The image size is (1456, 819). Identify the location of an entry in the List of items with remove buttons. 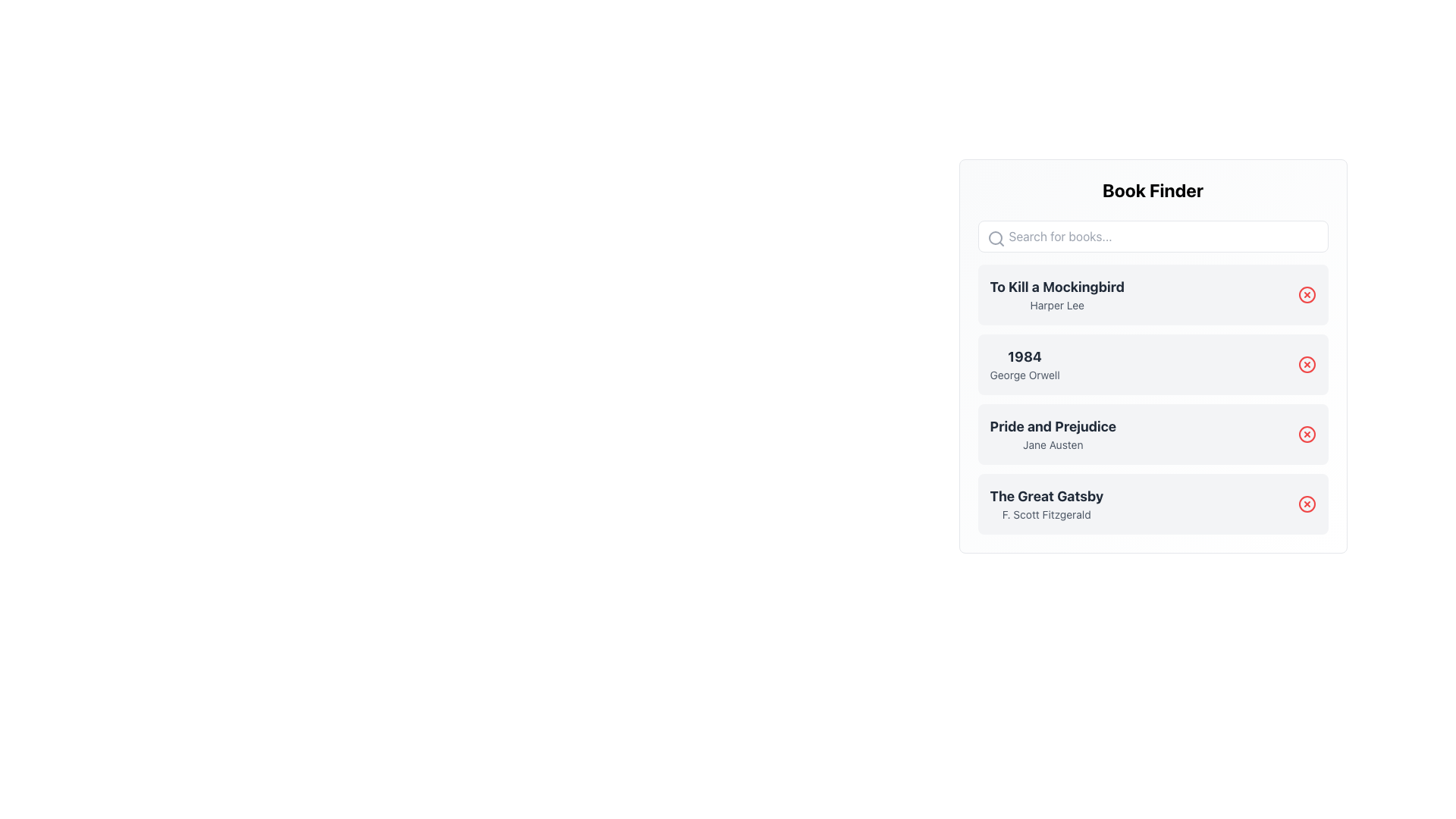
(1153, 399).